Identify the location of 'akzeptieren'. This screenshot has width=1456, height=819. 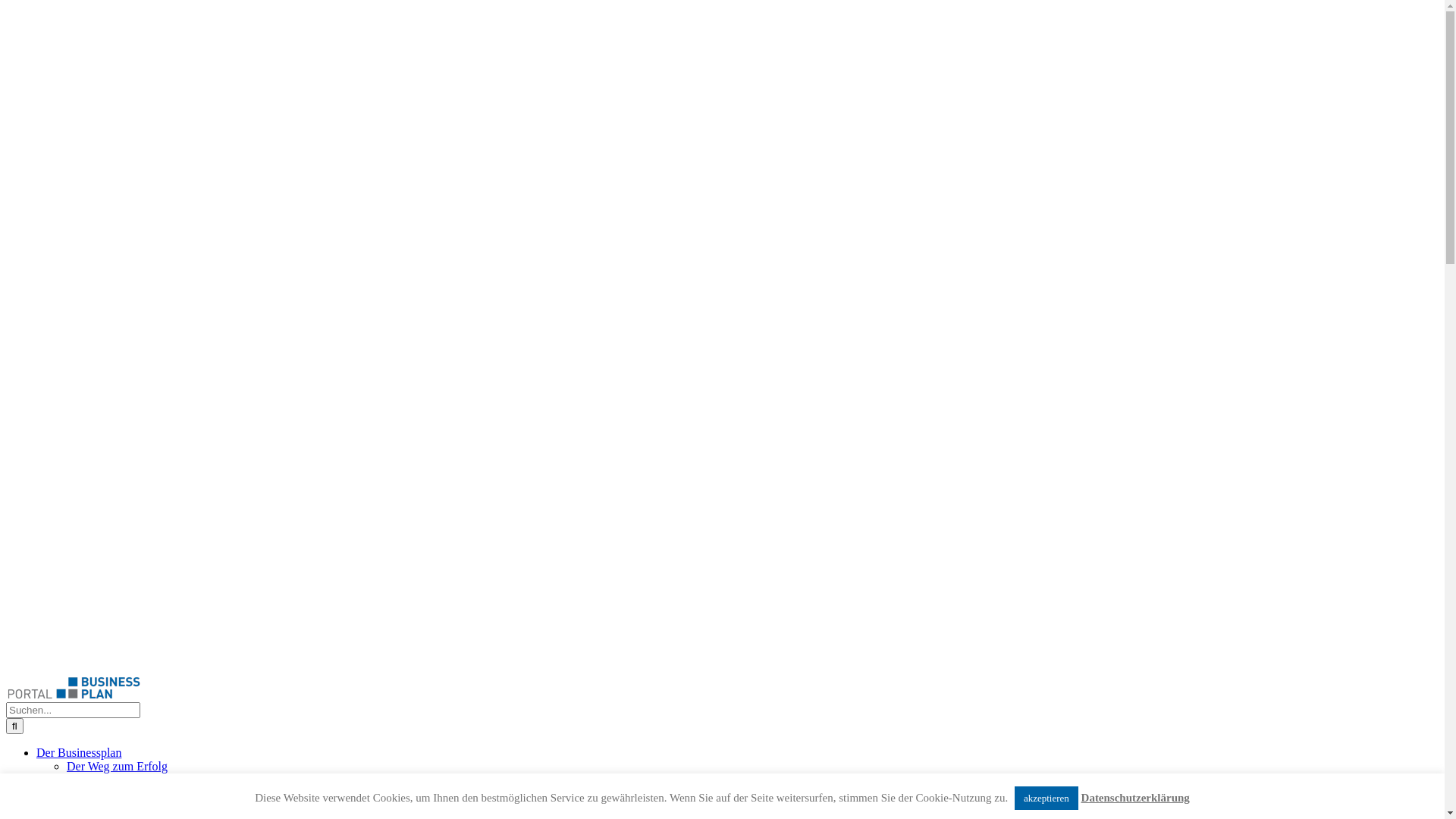
(1046, 797).